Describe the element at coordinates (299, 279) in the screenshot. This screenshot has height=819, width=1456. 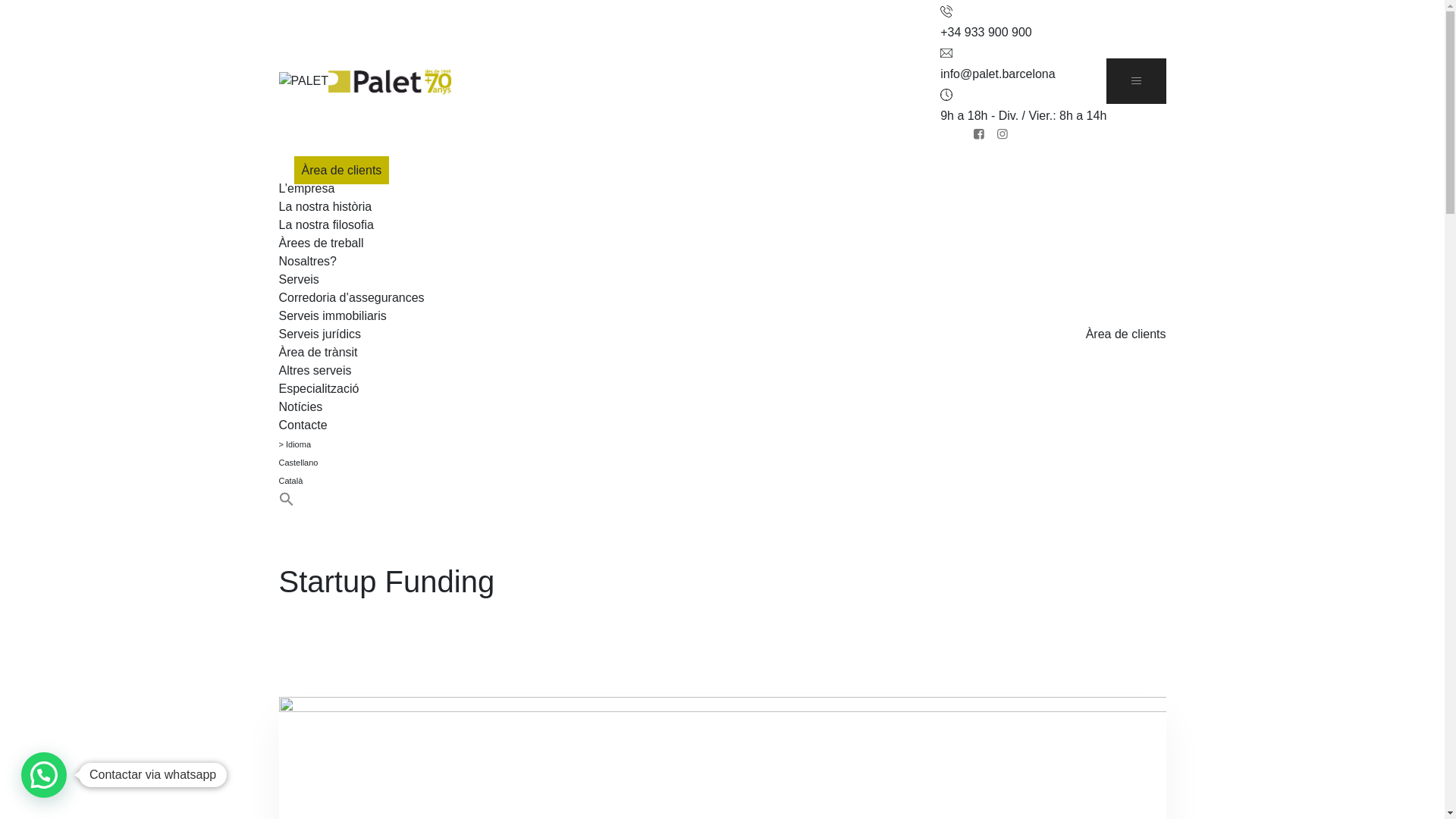
I see `'Serveis'` at that location.